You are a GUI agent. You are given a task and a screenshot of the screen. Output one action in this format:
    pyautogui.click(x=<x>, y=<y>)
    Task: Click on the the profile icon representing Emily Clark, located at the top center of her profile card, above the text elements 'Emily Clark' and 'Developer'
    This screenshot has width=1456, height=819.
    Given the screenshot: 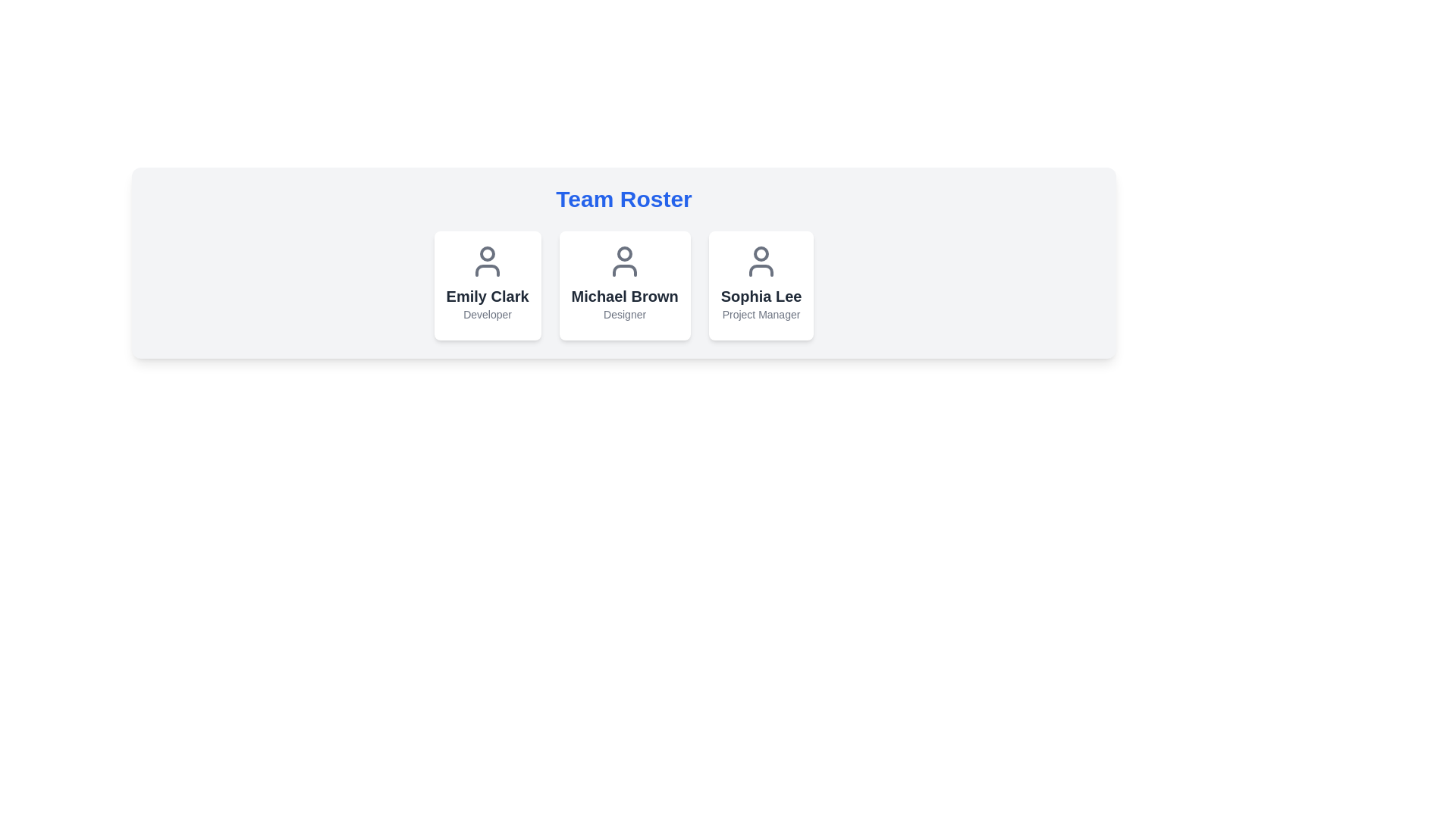 What is the action you would take?
    pyautogui.click(x=488, y=260)
    